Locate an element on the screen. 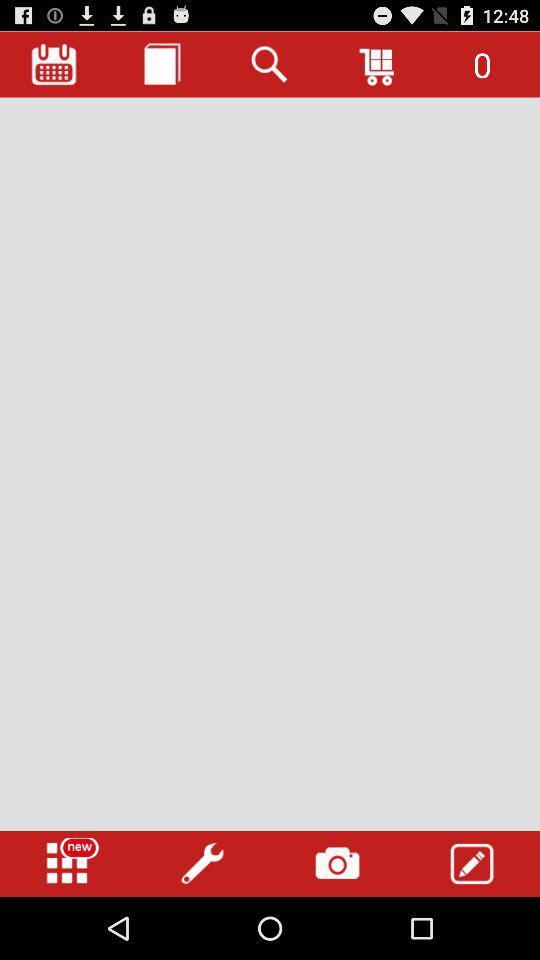 This screenshot has height=960, width=540. item at the center is located at coordinates (270, 464).